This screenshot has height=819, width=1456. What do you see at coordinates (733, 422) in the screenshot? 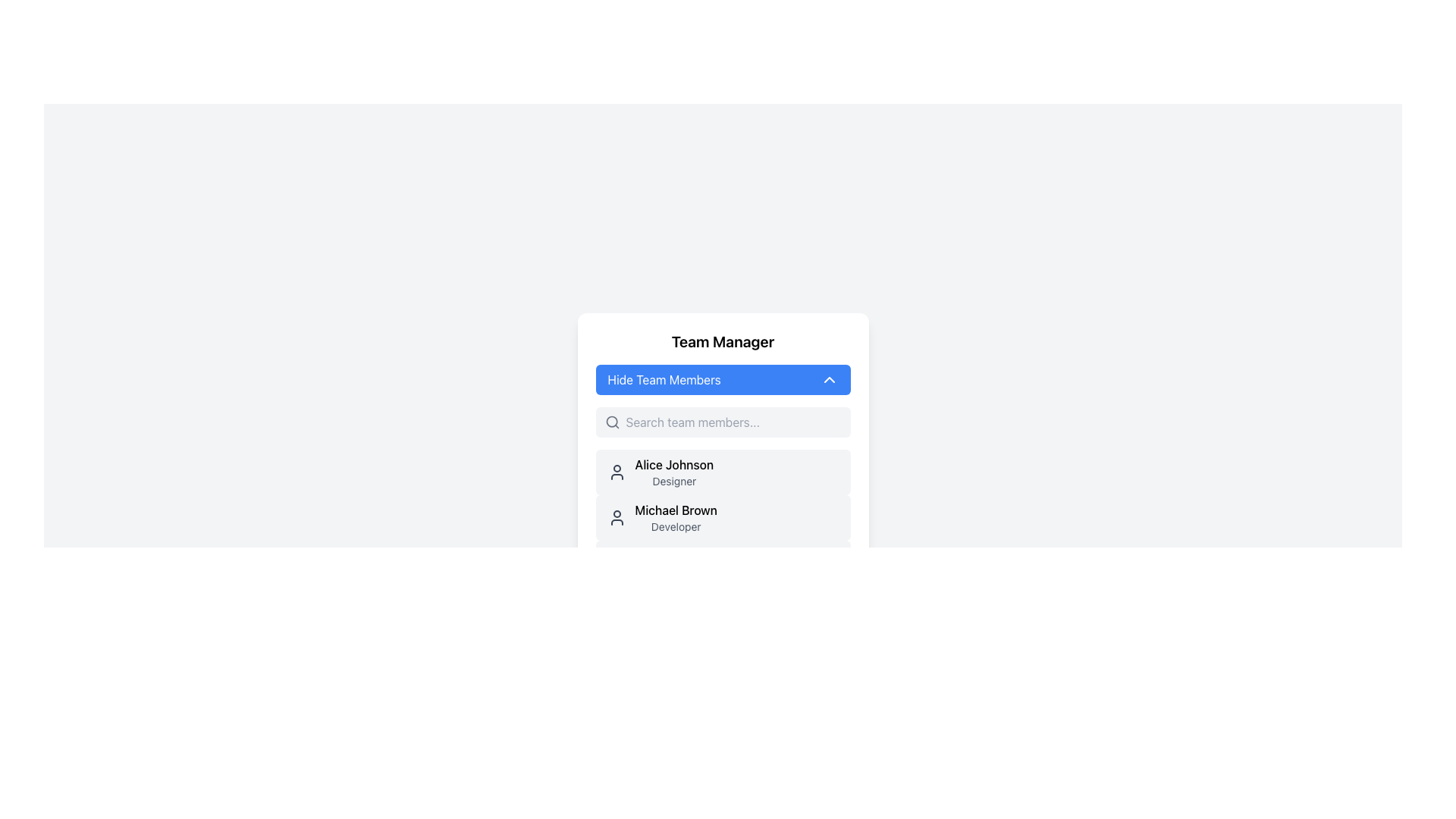
I see `the text input field located below the 'Hide Team Members' header, to the right of the magnifying glass icon` at bounding box center [733, 422].